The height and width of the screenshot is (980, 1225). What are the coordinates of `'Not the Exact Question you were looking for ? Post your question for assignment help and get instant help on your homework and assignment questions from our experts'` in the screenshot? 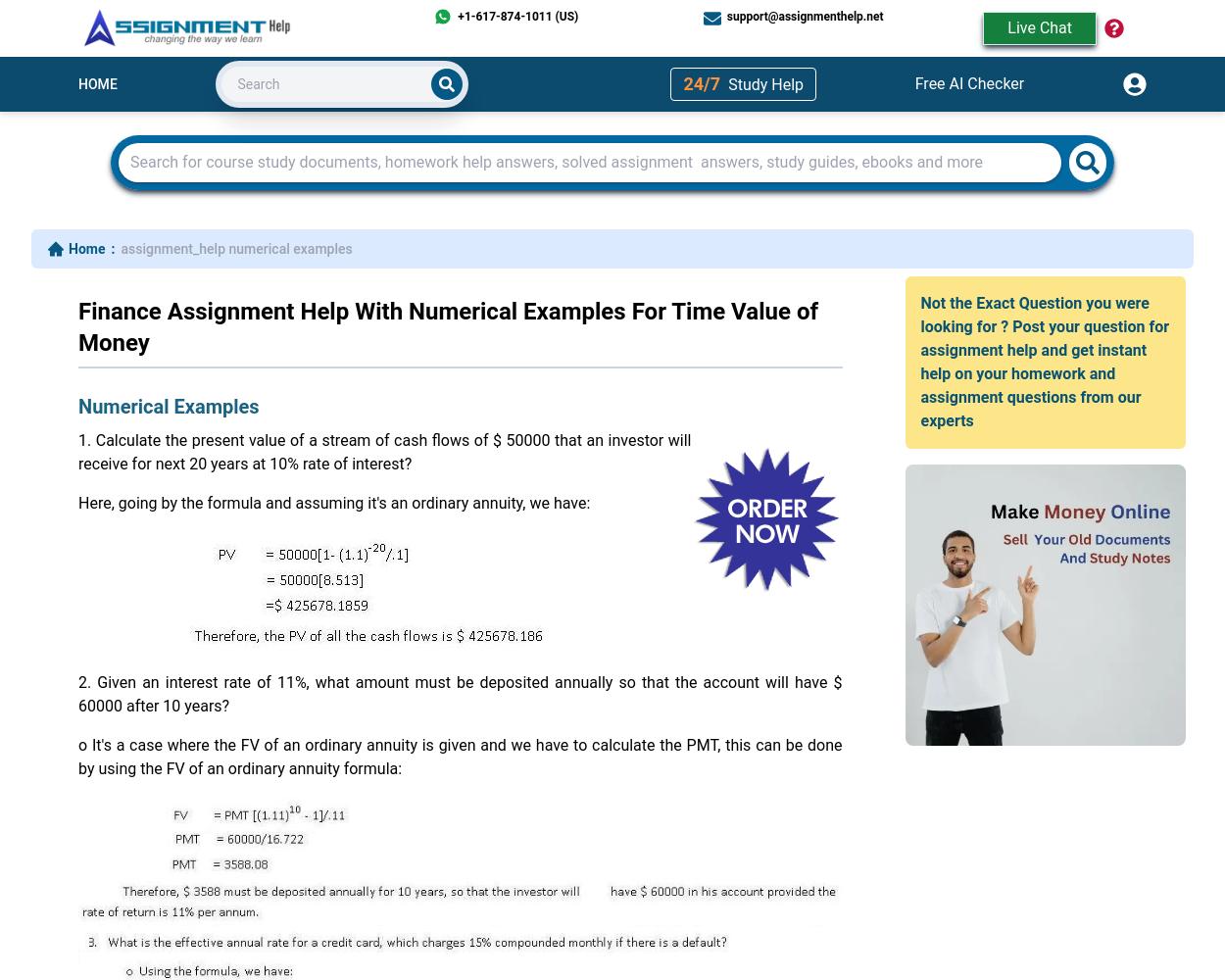 It's located at (1044, 361).